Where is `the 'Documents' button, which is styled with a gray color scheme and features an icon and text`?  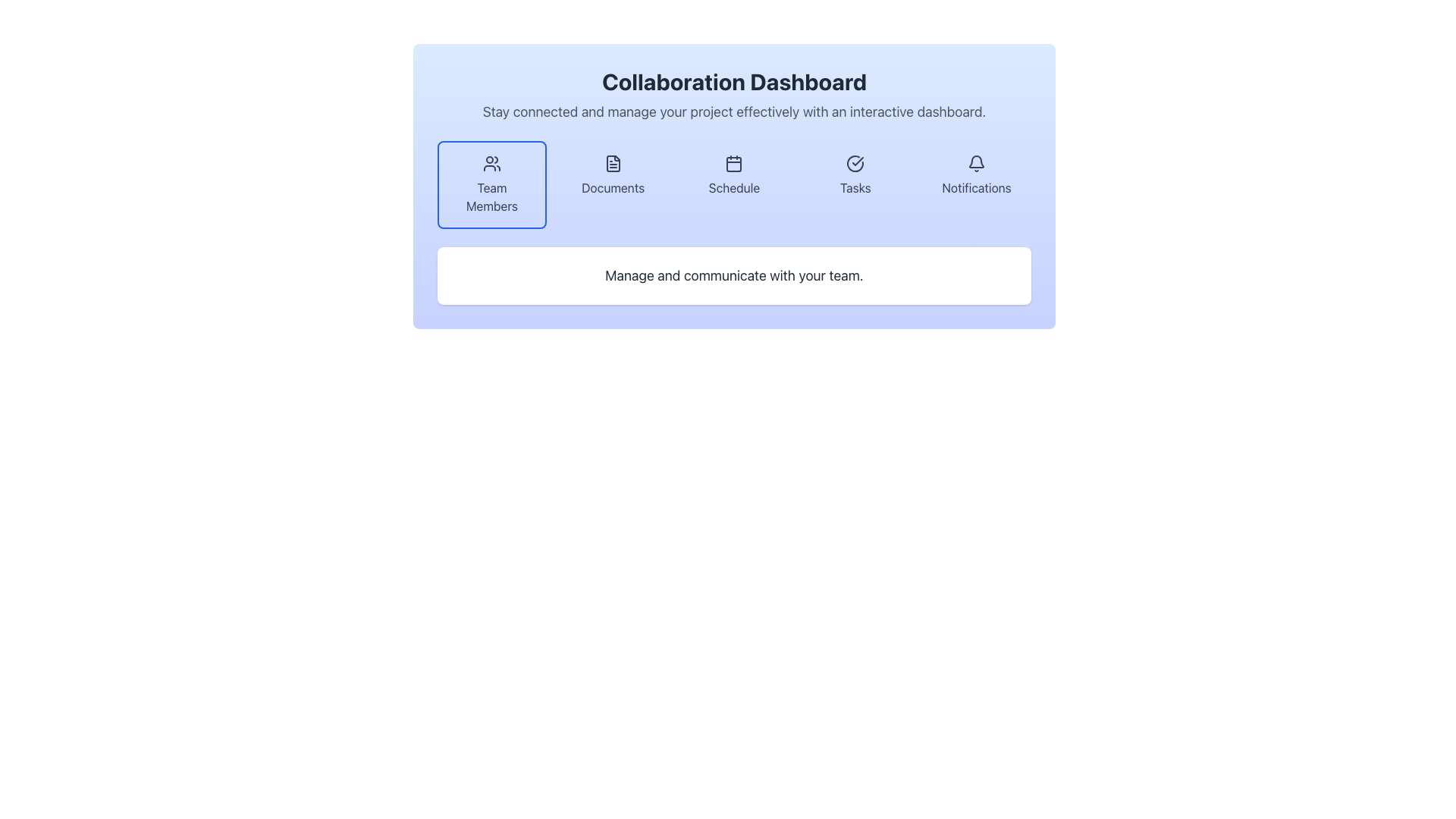 the 'Documents' button, which is styled with a gray color scheme and features an icon and text is located at coordinates (613, 184).